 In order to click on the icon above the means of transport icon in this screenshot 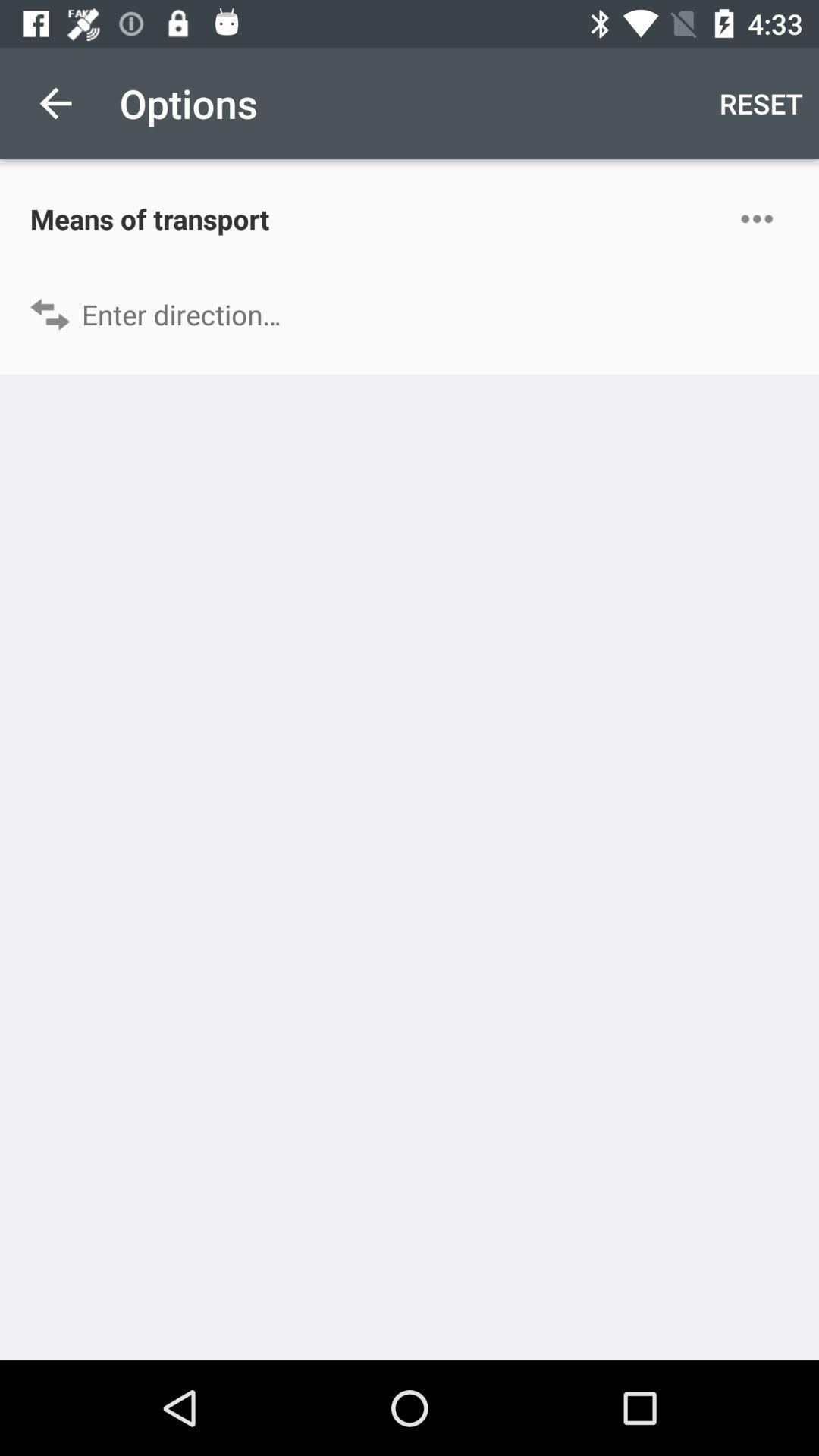, I will do `click(55, 102)`.